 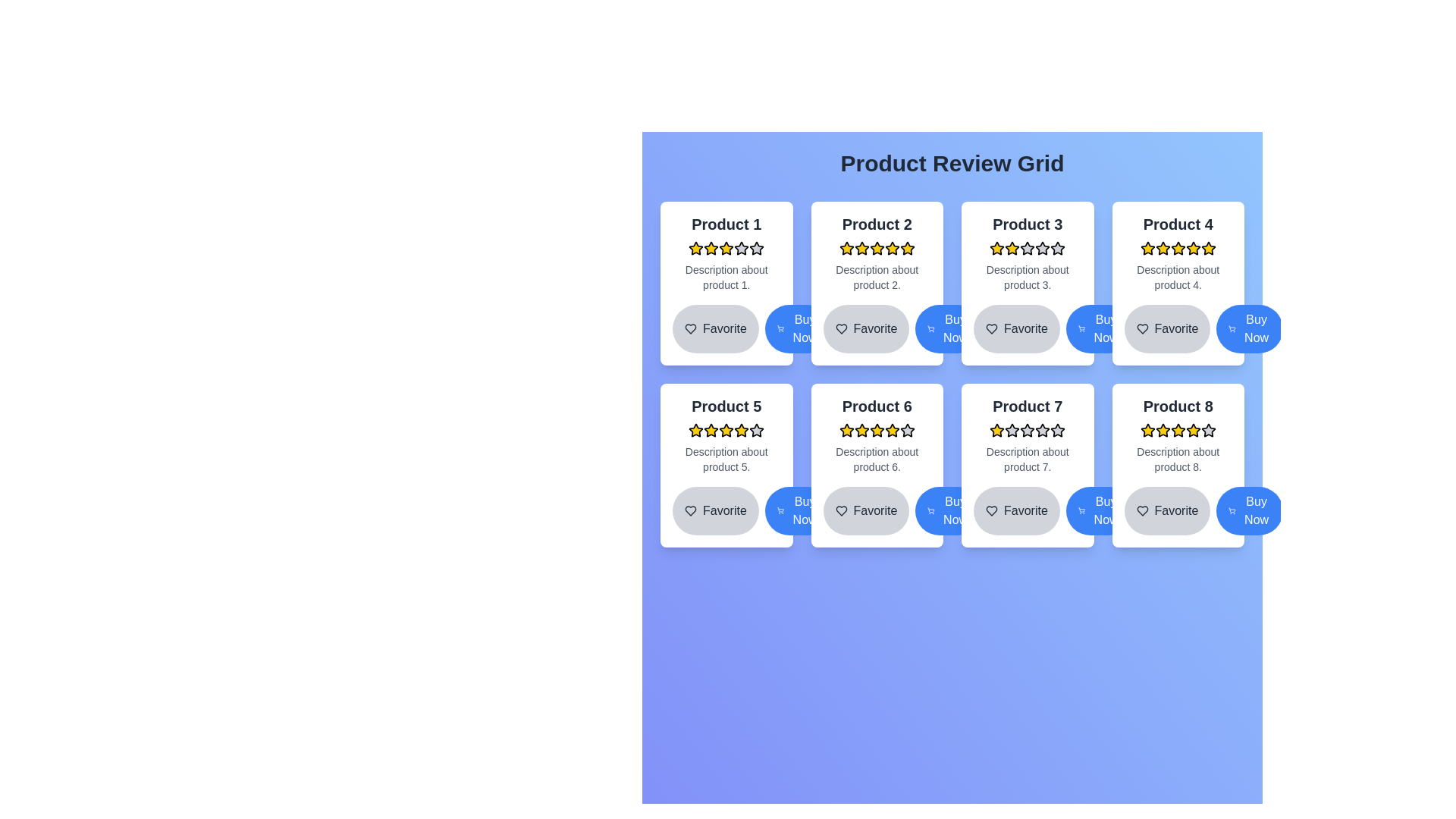 What do you see at coordinates (1166, 328) in the screenshot?
I see `the 'Favorite' button, which is a rounded gray button with a heart icon on its left, to mark the item as favorite` at bounding box center [1166, 328].